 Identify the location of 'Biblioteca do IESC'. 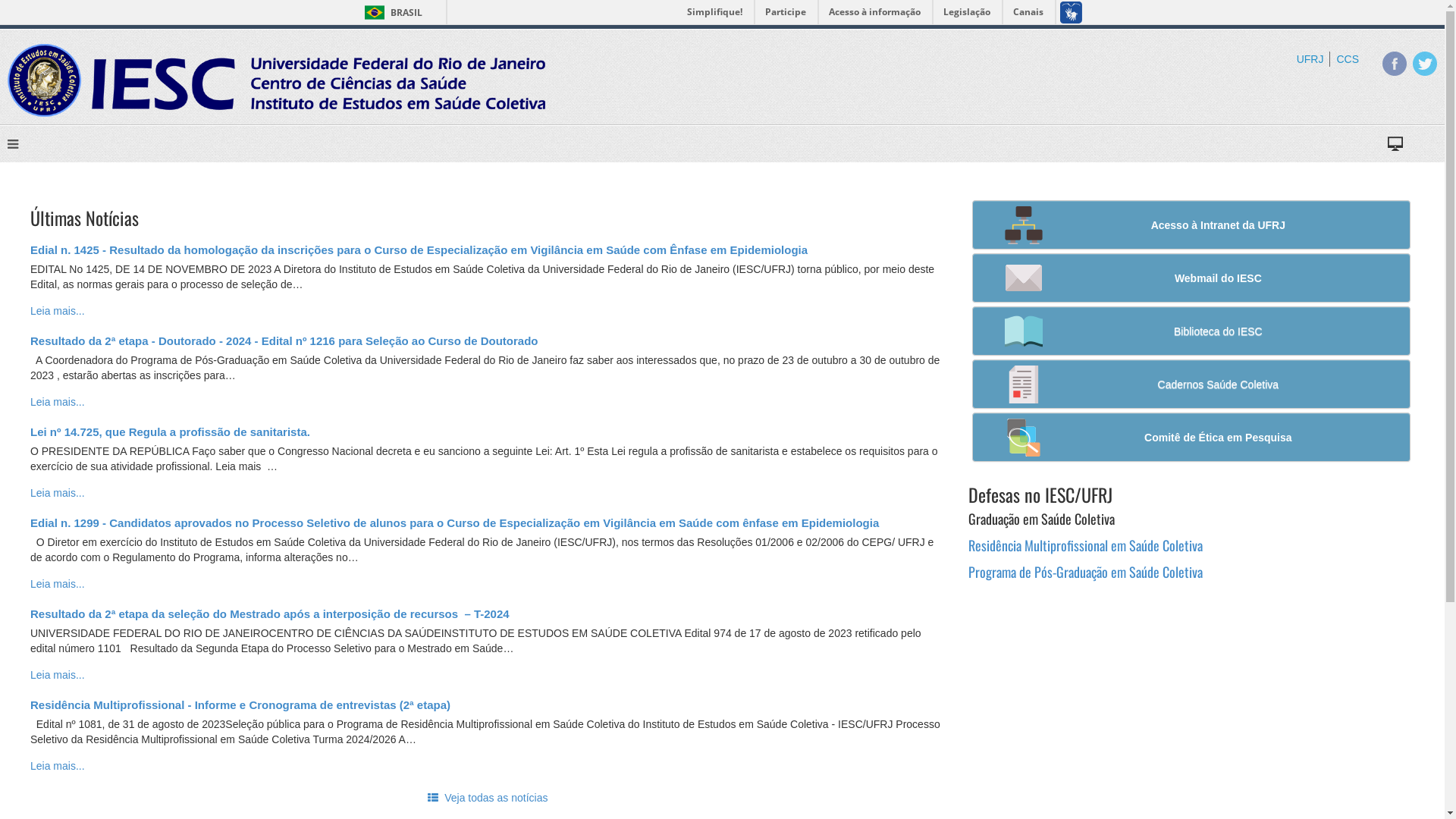
(1190, 330).